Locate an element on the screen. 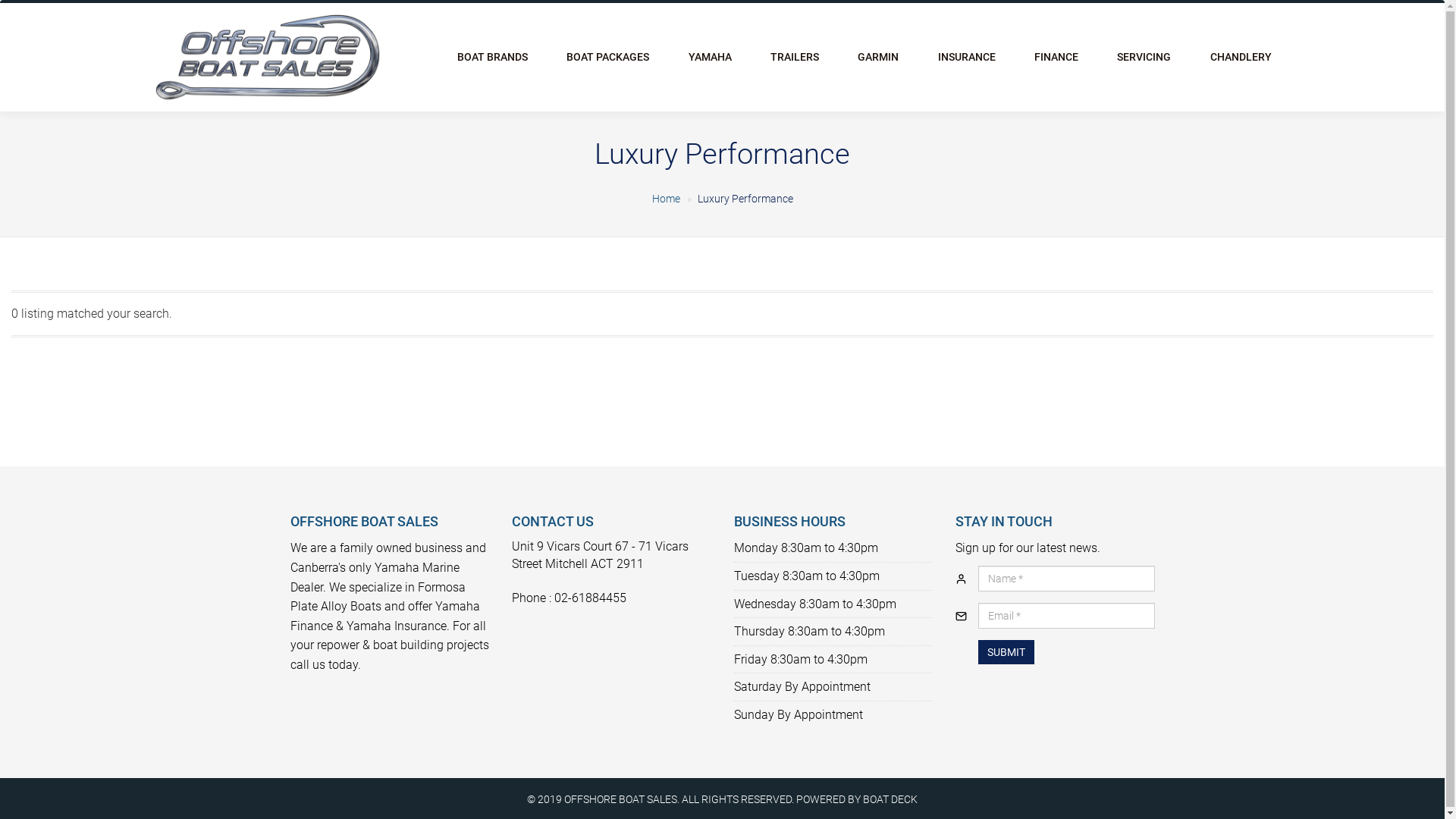 The image size is (1456, 819). 'YAMAHA' is located at coordinates (709, 56).